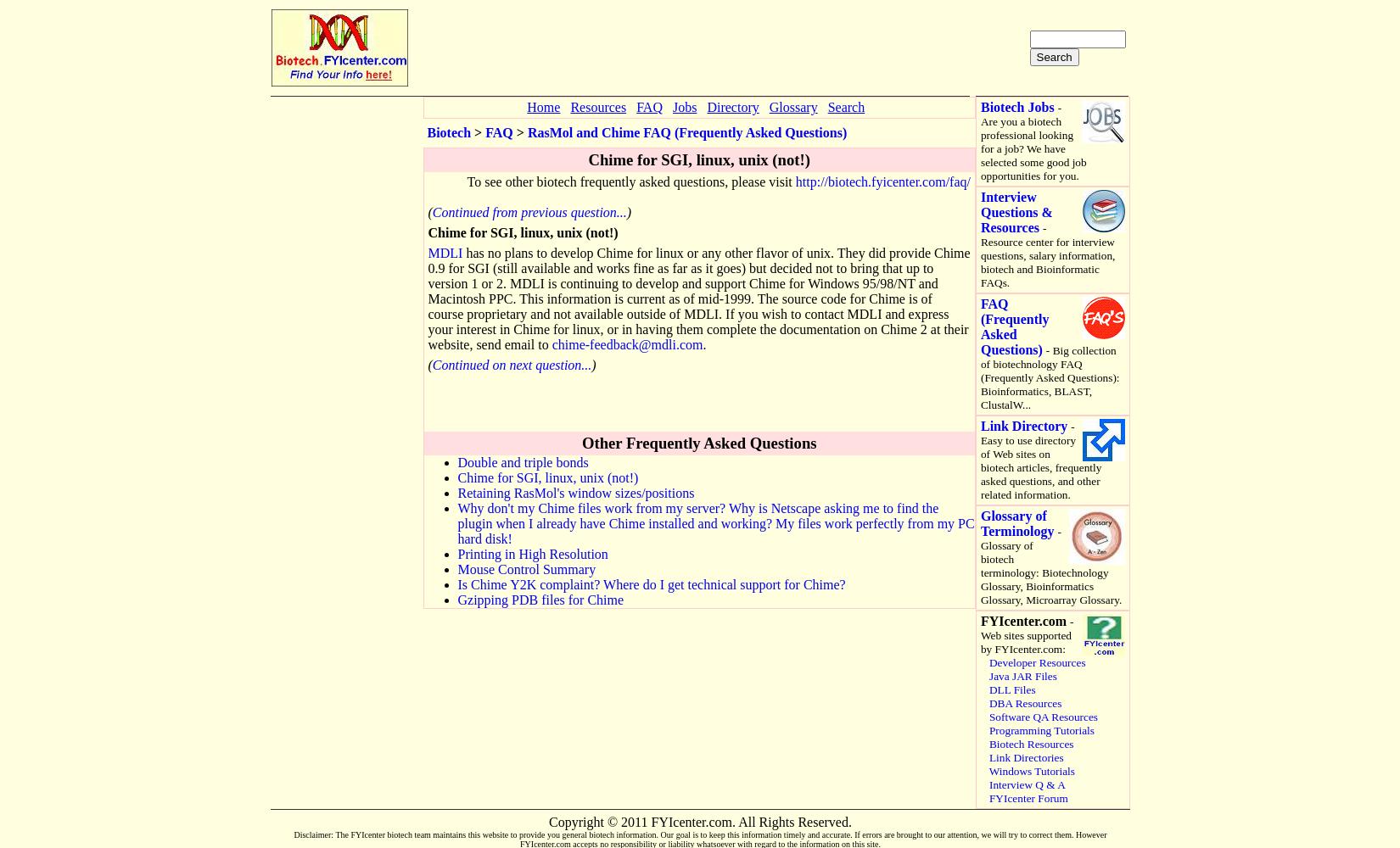 The image size is (1400, 848). I want to click on 'Interview Questions & Resources', so click(980, 212).